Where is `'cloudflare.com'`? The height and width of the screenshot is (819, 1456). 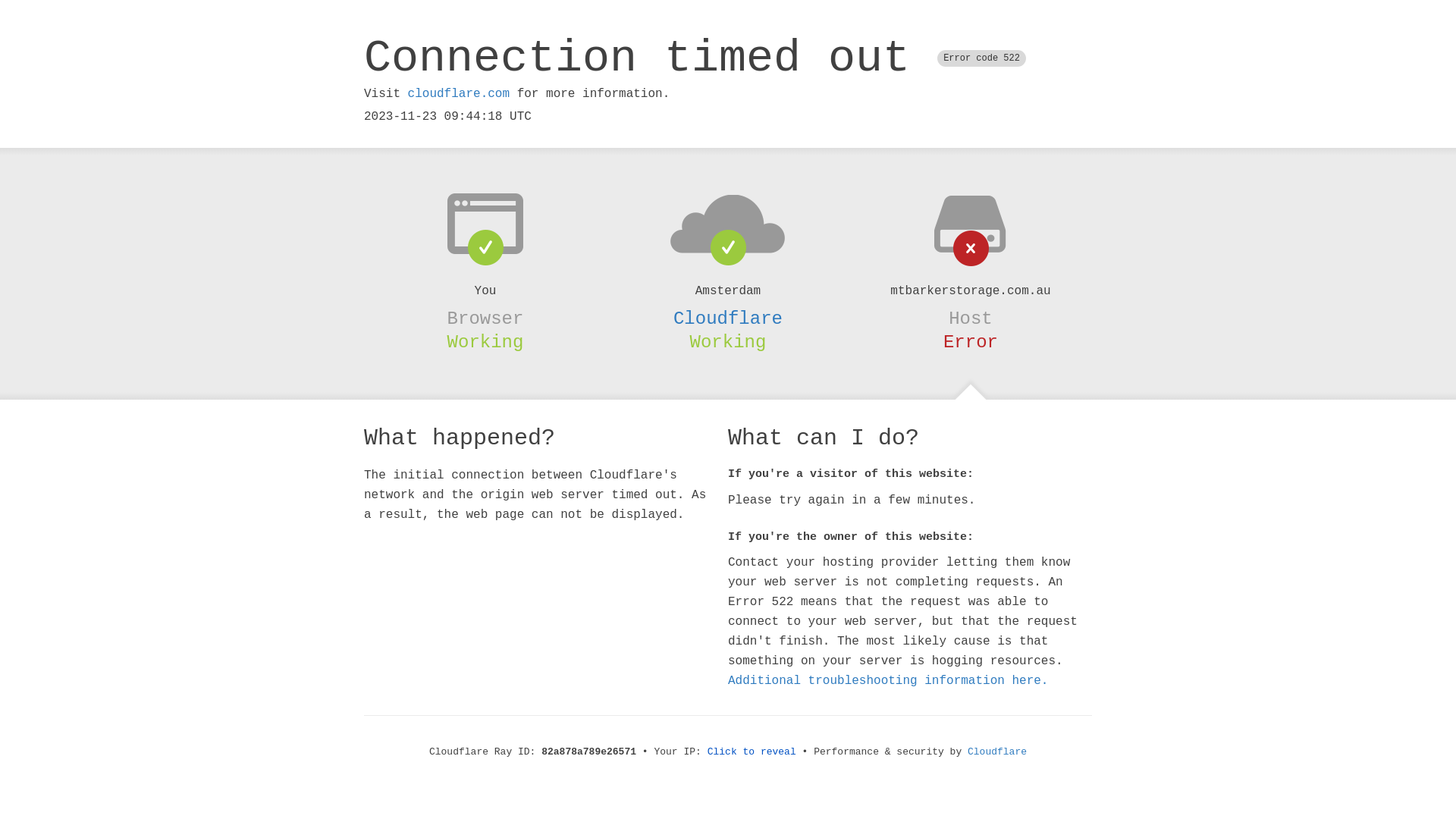
'cloudflare.com' is located at coordinates (457, 93).